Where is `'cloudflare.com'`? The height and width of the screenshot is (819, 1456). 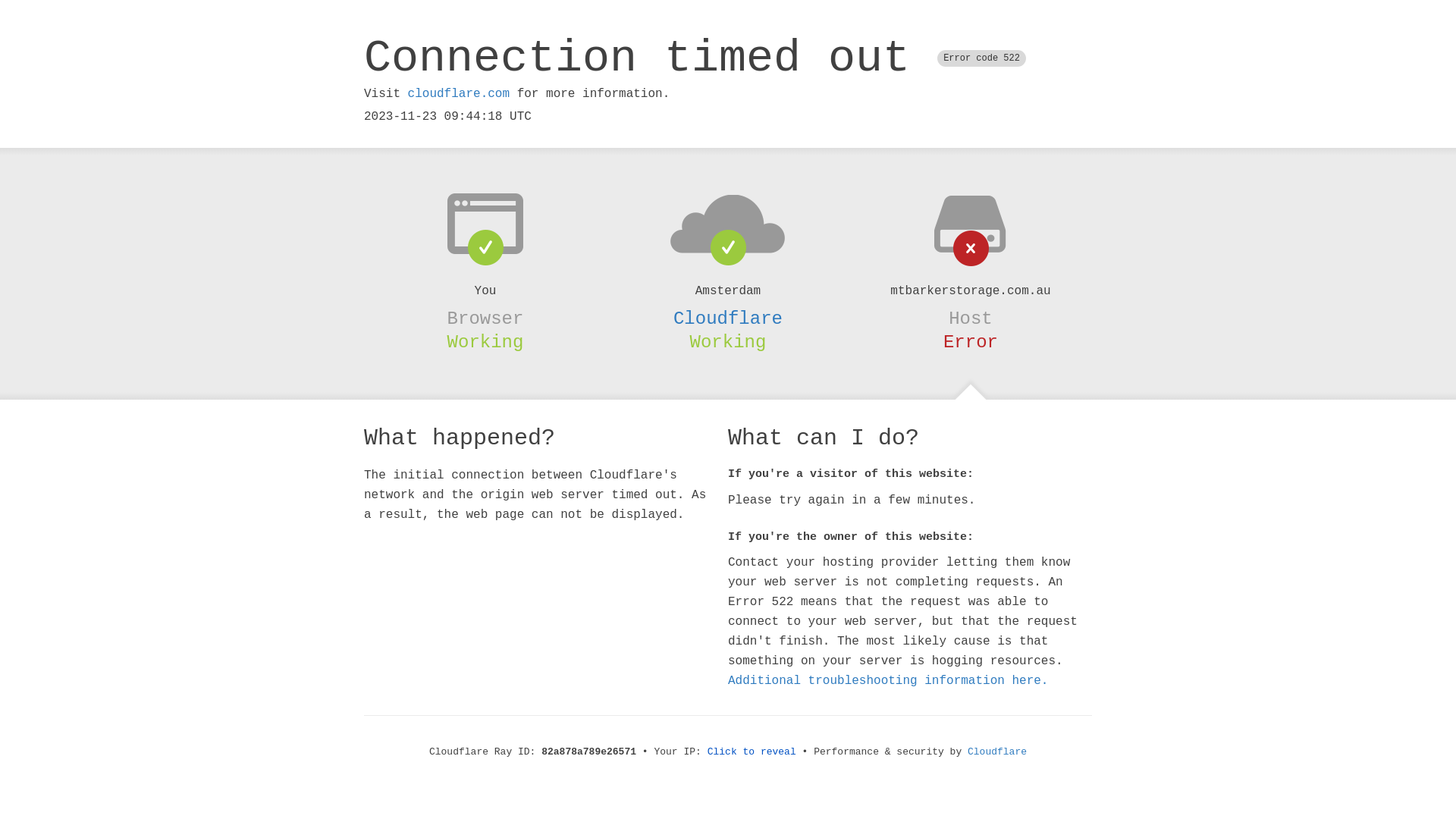
'cloudflare.com' is located at coordinates (457, 93).